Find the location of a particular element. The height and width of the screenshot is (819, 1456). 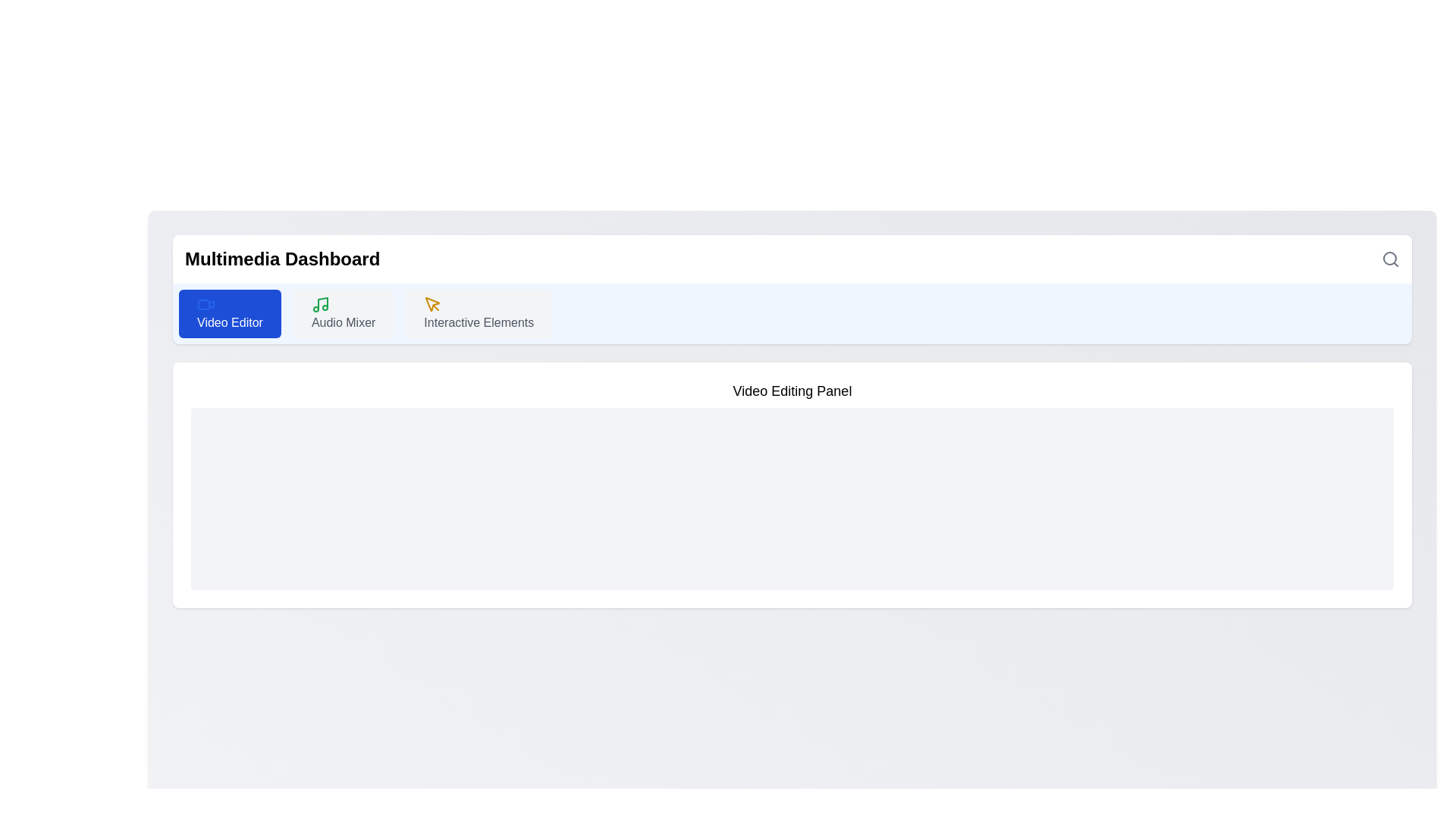

the 'Audio Mixer' button, which has a light gray background, dark gray text, and a green music note icon is located at coordinates (343, 312).